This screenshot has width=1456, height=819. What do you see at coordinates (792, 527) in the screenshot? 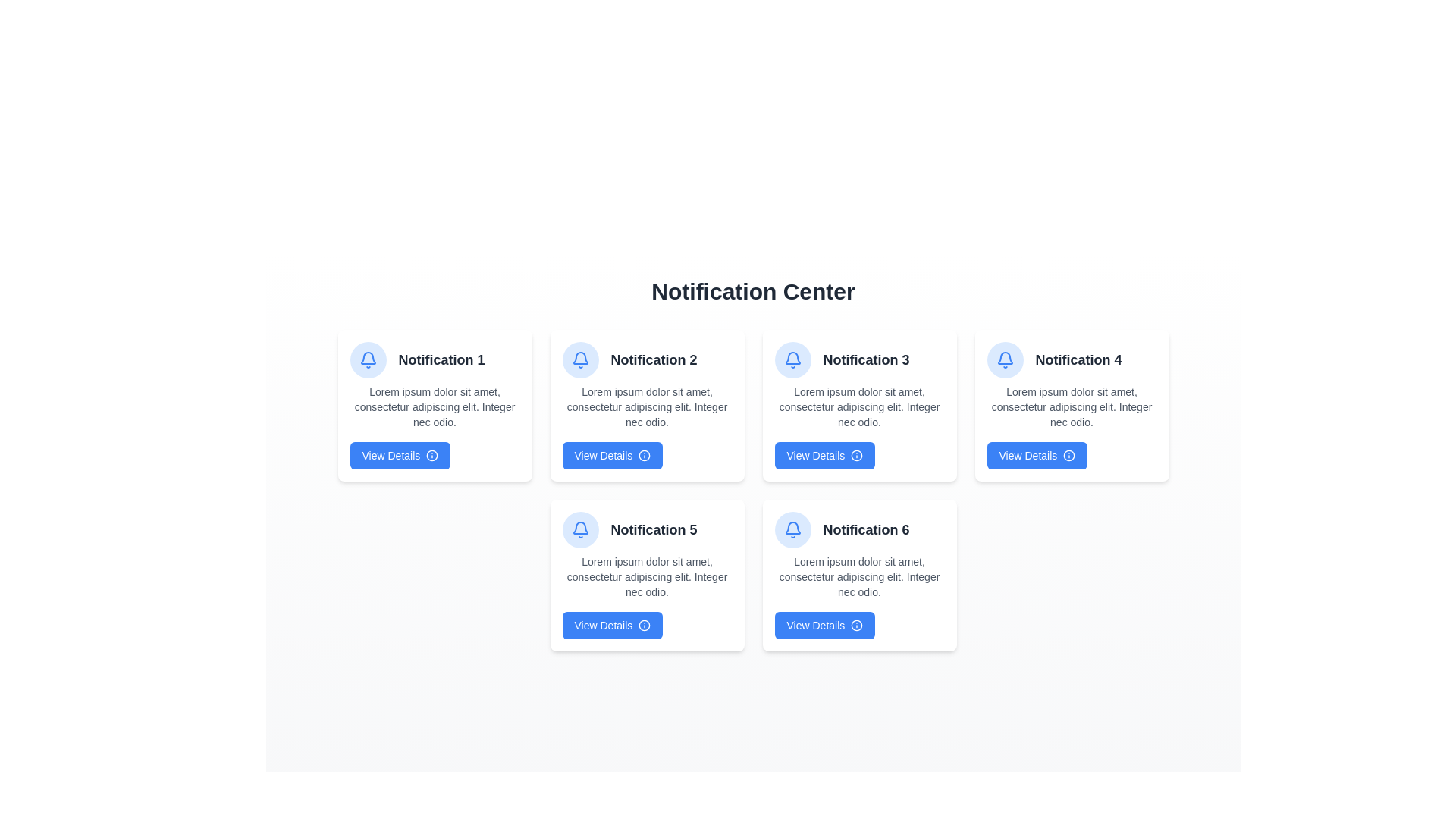
I see `bell-shaped notification icon associated with 'Notification 1' for development purposes` at bounding box center [792, 527].